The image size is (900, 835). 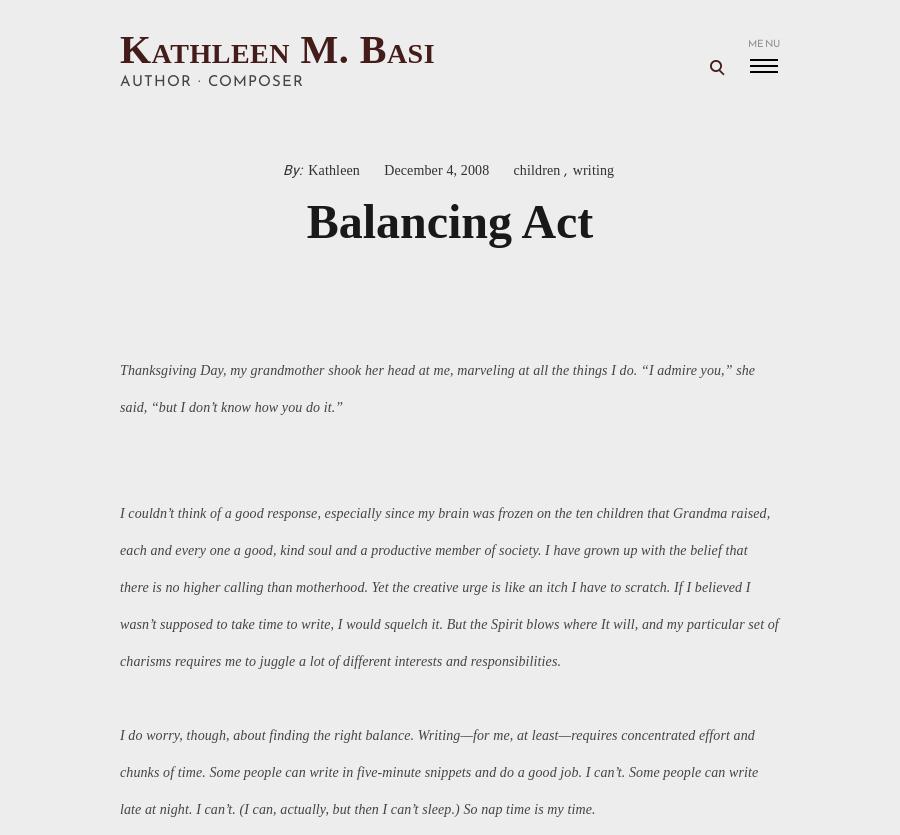 What do you see at coordinates (276, 49) in the screenshot?
I see `'Kathleen M. Basi'` at bounding box center [276, 49].